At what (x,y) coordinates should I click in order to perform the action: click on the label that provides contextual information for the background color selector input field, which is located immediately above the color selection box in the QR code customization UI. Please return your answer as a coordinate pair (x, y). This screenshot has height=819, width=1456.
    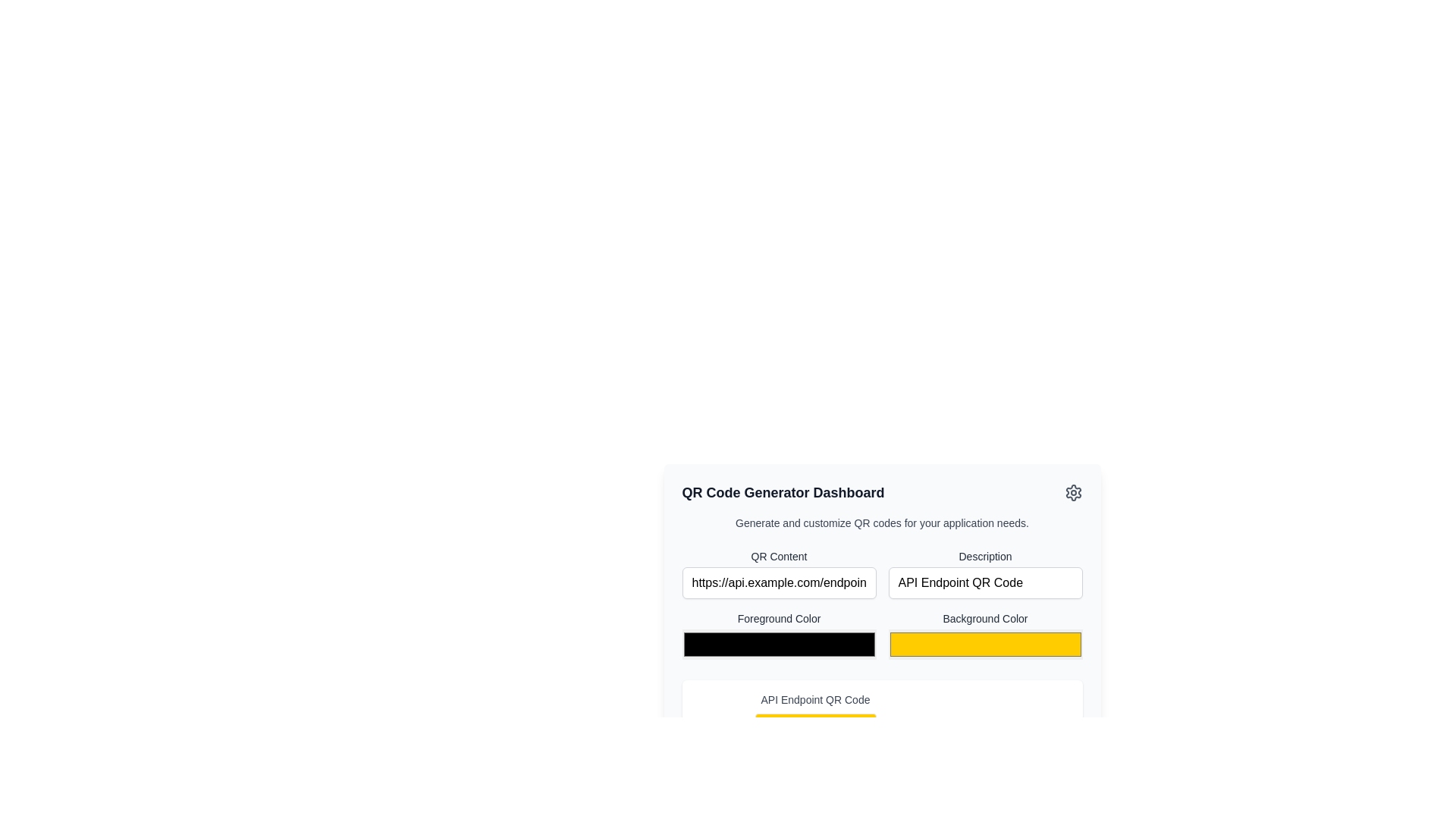
    Looking at the image, I should click on (985, 619).